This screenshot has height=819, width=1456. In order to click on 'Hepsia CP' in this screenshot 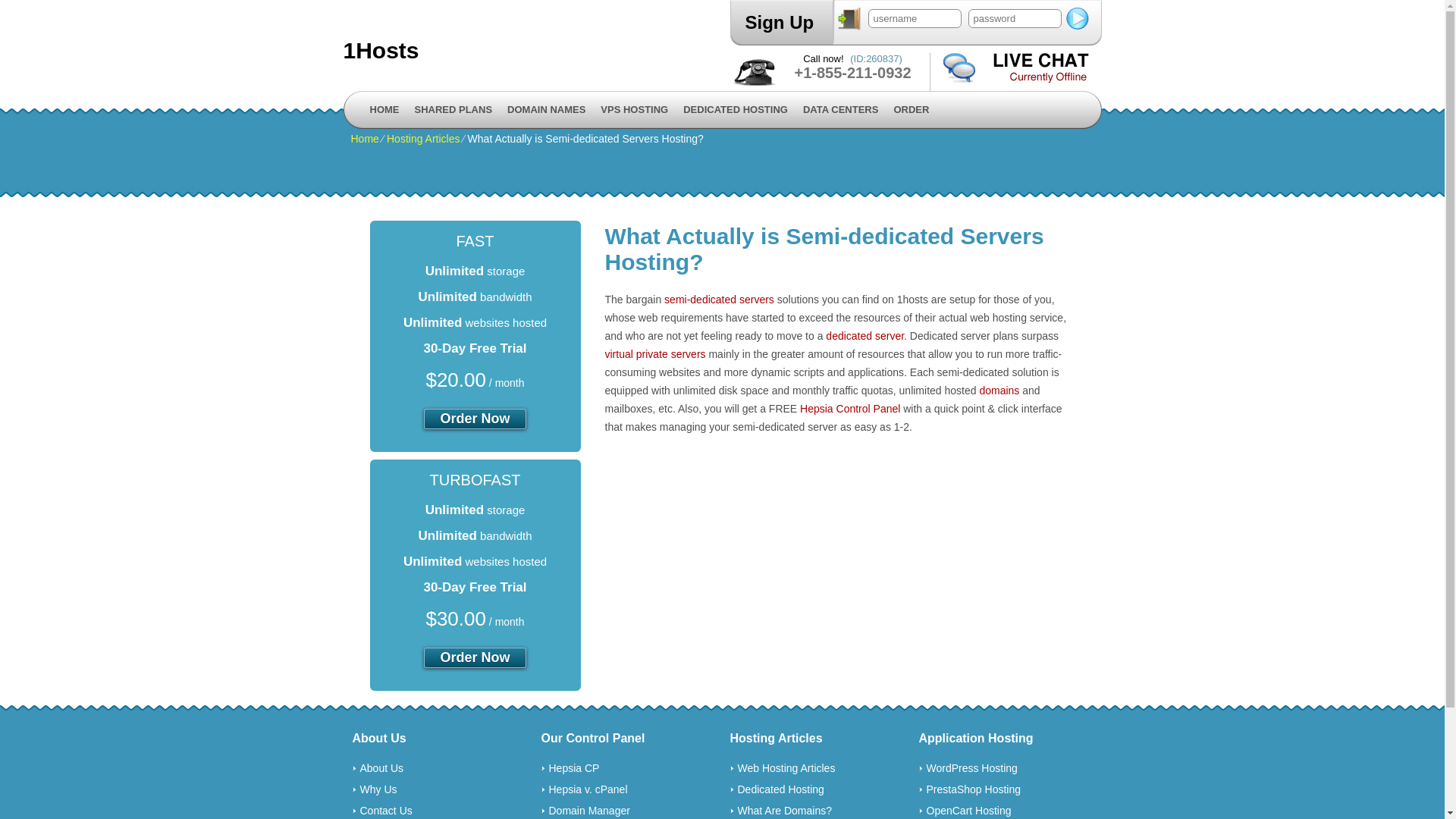, I will do `click(573, 768)`.